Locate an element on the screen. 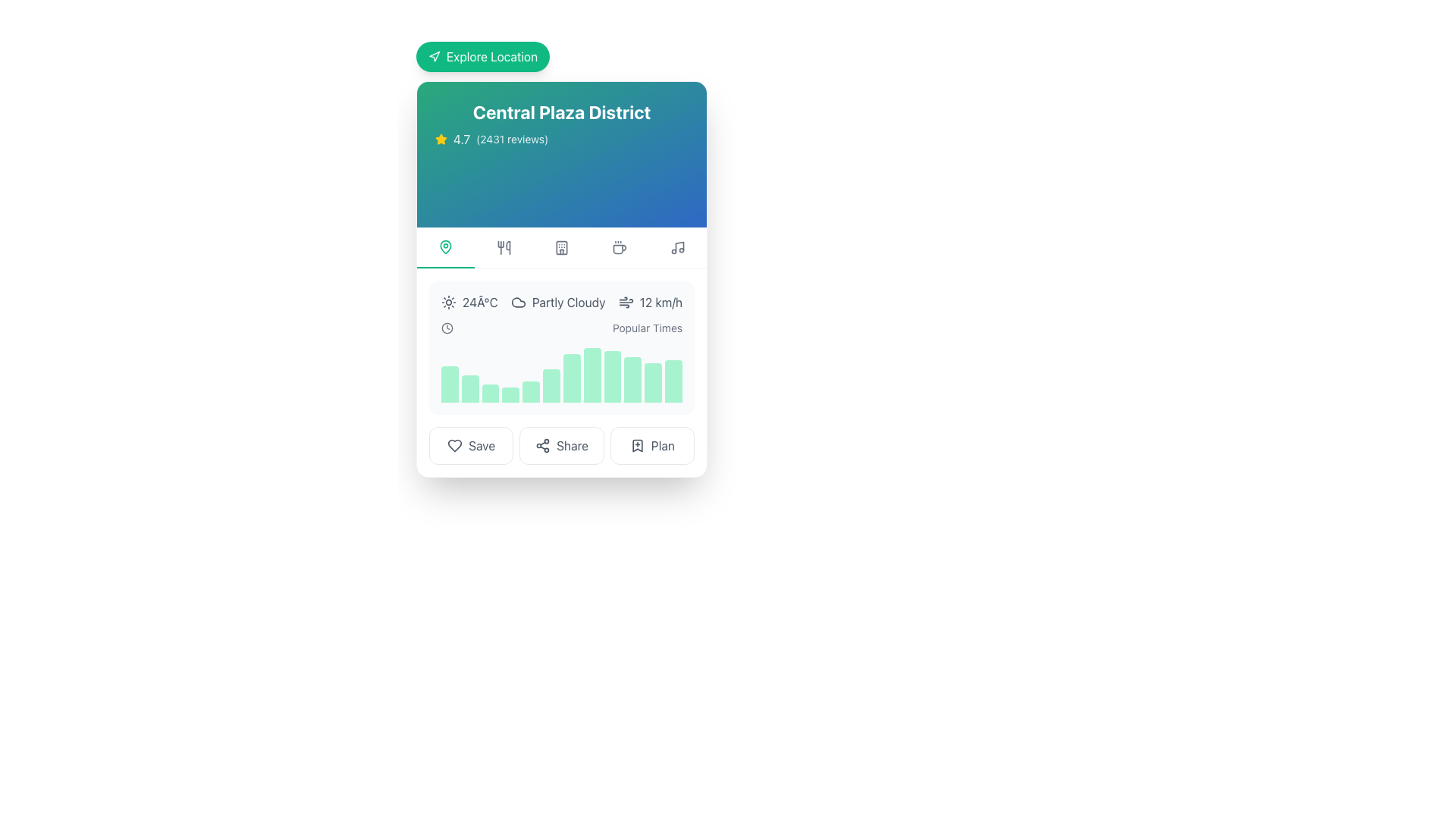  the Icon button that serves as a filter or navigation option related to the 'coffee' category is located at coordinates (620, 247).